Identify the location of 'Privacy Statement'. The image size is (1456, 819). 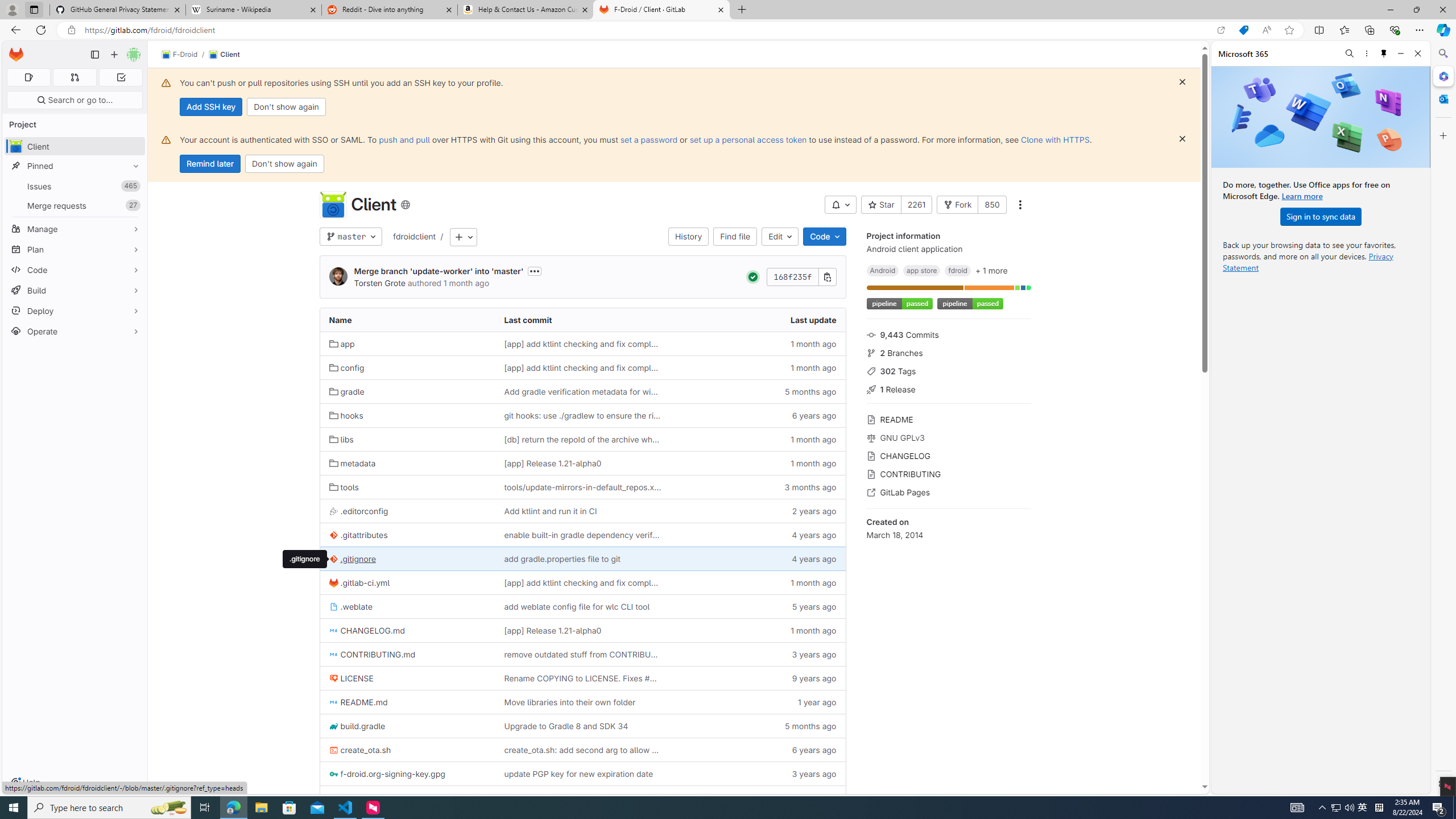
(1308, 261).